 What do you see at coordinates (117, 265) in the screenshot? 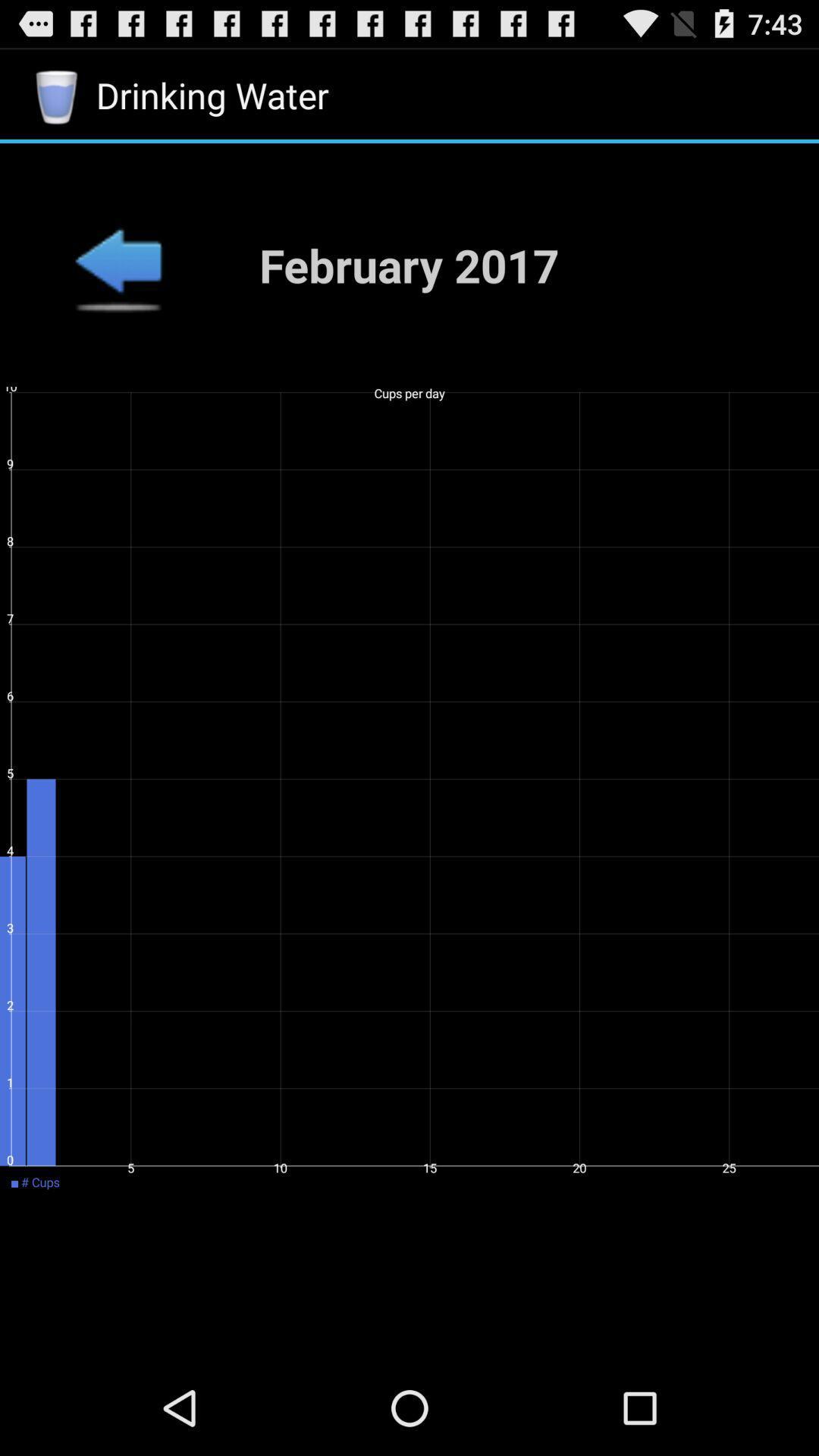
I see `the item next to the february 2017 item` at bounding box center [117, 265].